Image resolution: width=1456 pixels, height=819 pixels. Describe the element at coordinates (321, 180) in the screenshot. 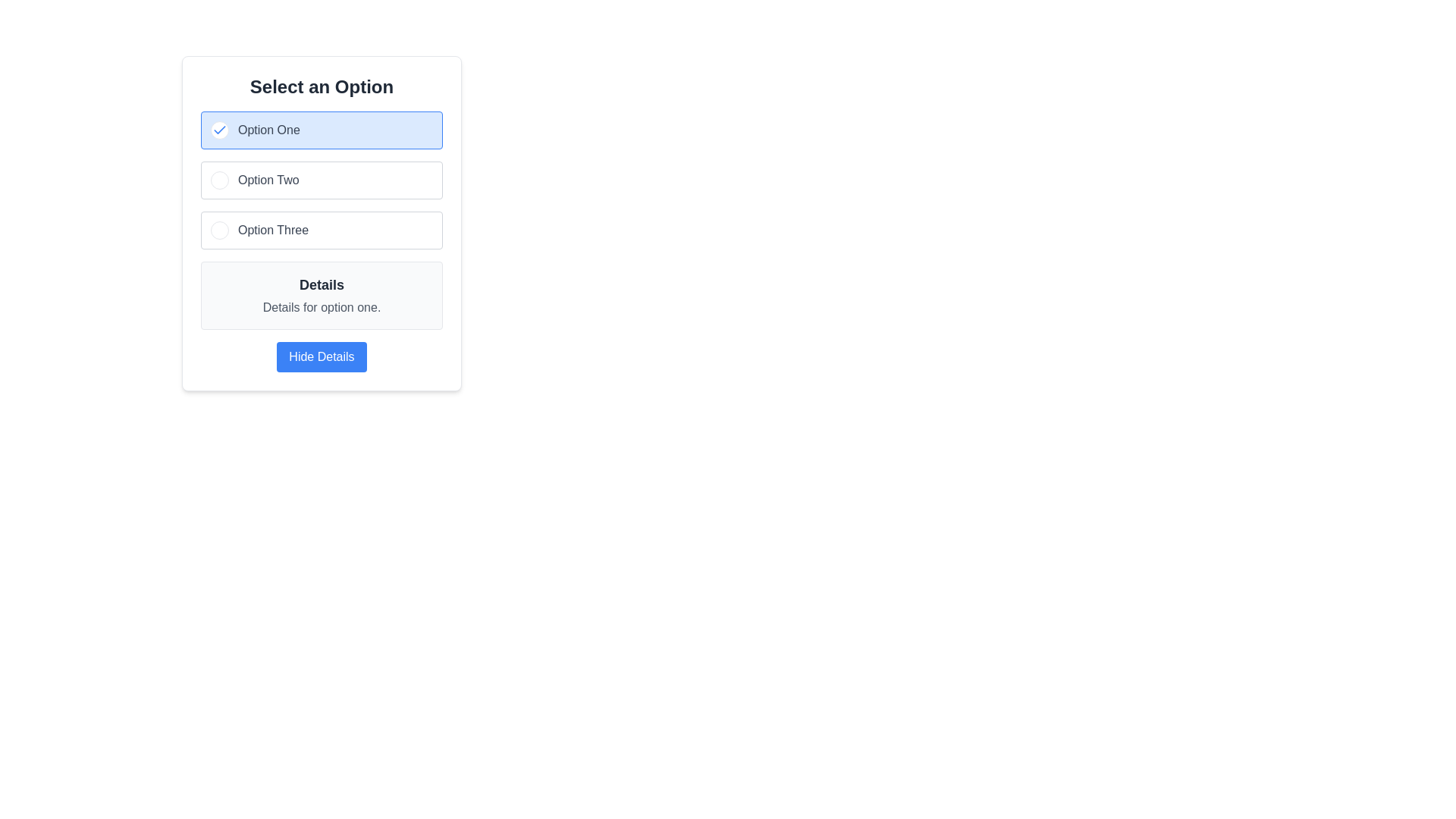

I see `the second radio button labeled 'Option Two'` at that location.